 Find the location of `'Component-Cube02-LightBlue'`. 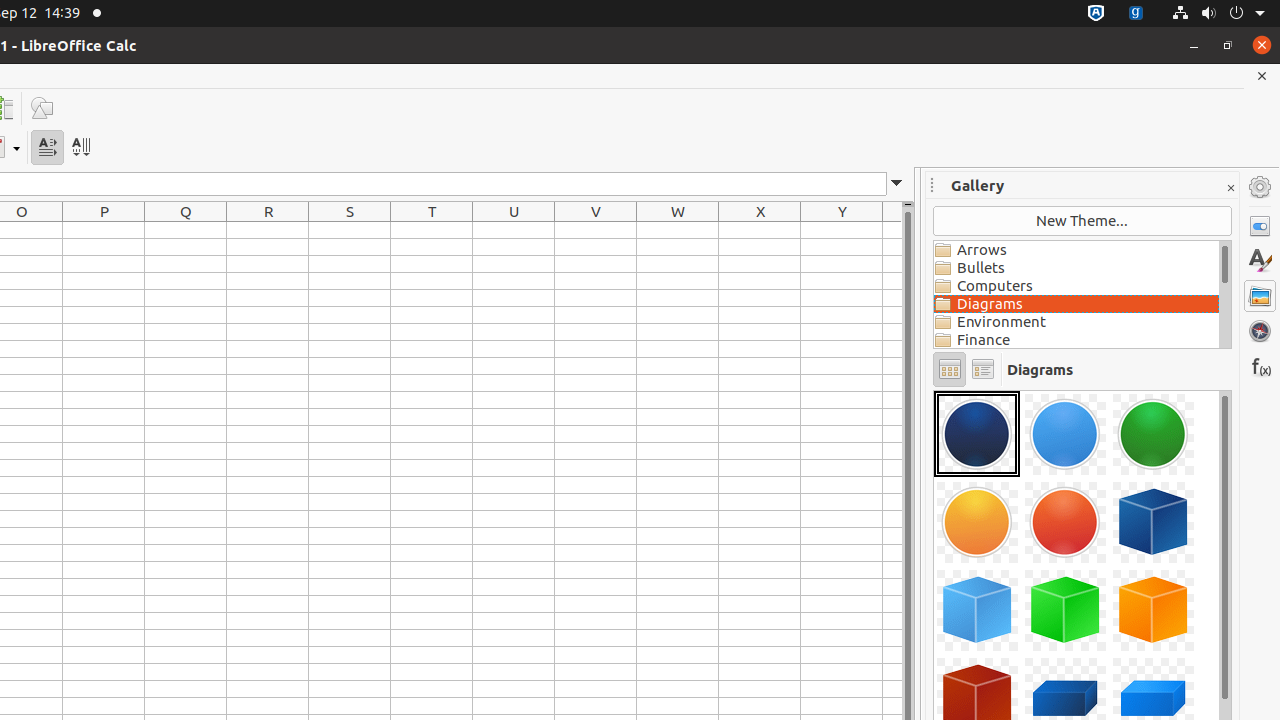

'Component-Cube02-LightBlue' is located at coordinates (977, 608).